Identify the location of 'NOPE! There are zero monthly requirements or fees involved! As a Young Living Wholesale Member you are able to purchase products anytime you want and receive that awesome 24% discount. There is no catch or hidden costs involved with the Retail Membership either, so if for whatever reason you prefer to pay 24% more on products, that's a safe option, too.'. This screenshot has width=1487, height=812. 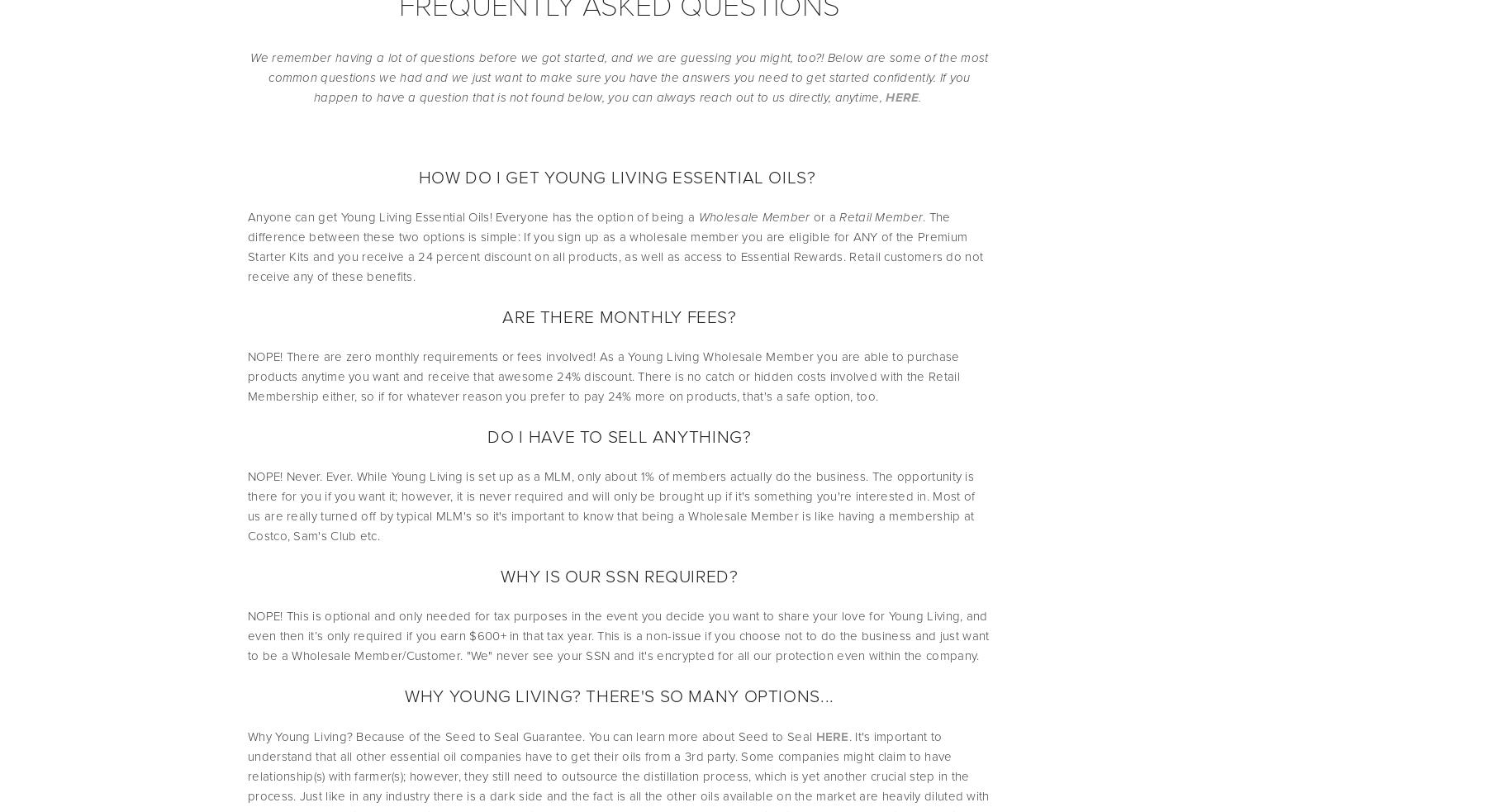
(604, 376).